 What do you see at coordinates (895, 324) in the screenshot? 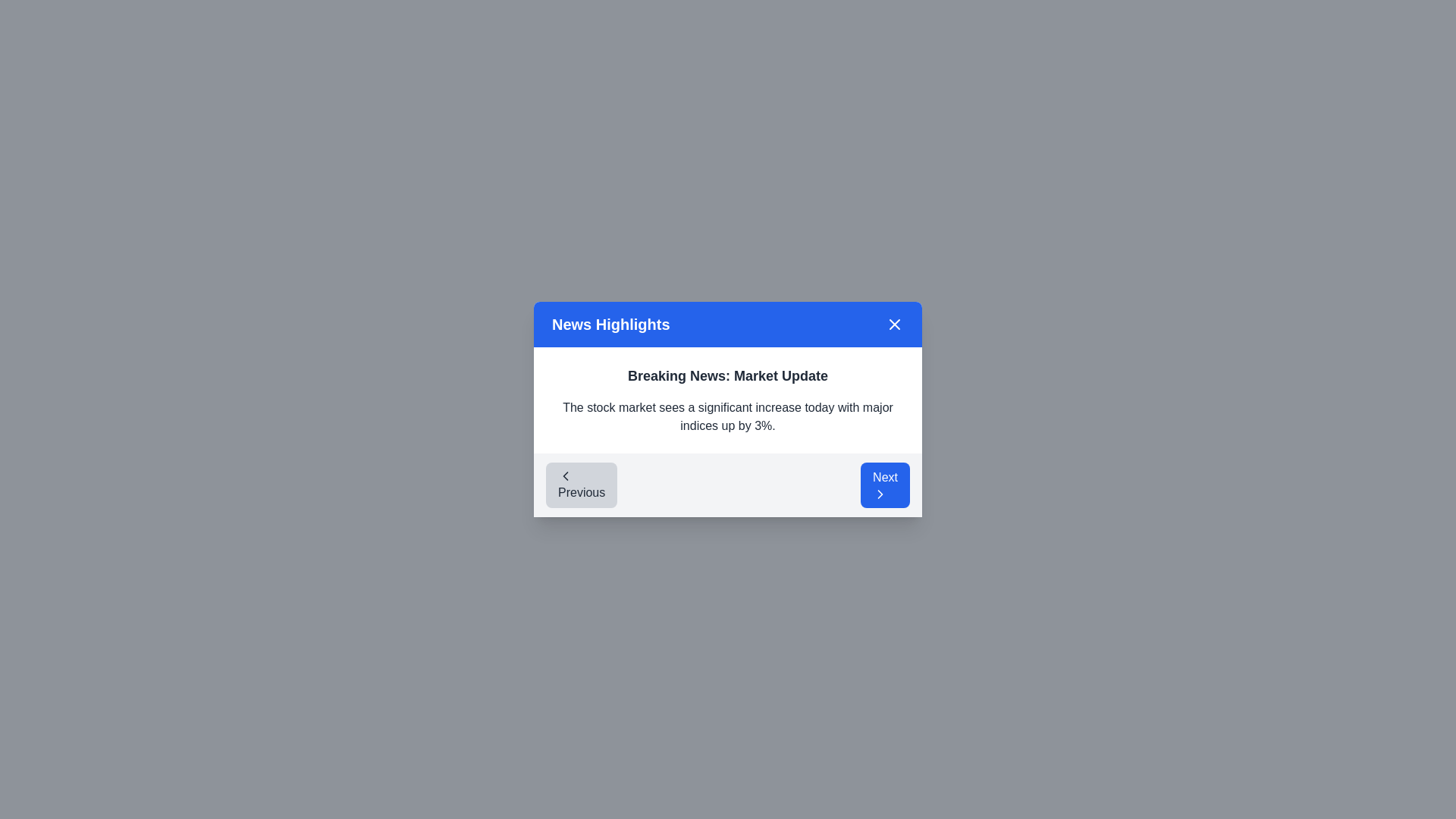
I see `the close button located in the top-right corner of the 'News Highlights' header` at bounding box center [895, 324].